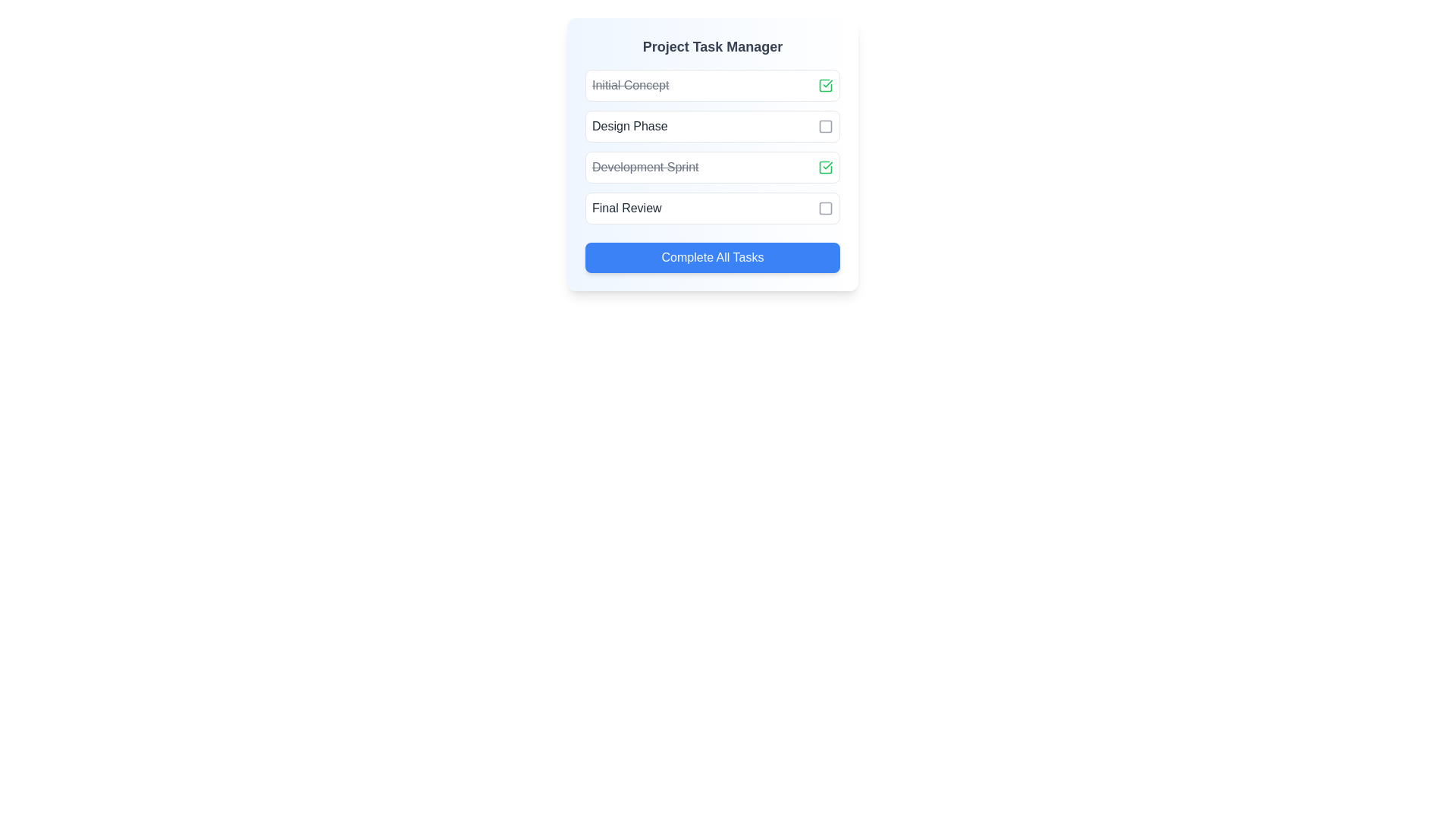  I want to click on the checkbox indicating the 'Design Phase' task to check its status, so click(825, 125).